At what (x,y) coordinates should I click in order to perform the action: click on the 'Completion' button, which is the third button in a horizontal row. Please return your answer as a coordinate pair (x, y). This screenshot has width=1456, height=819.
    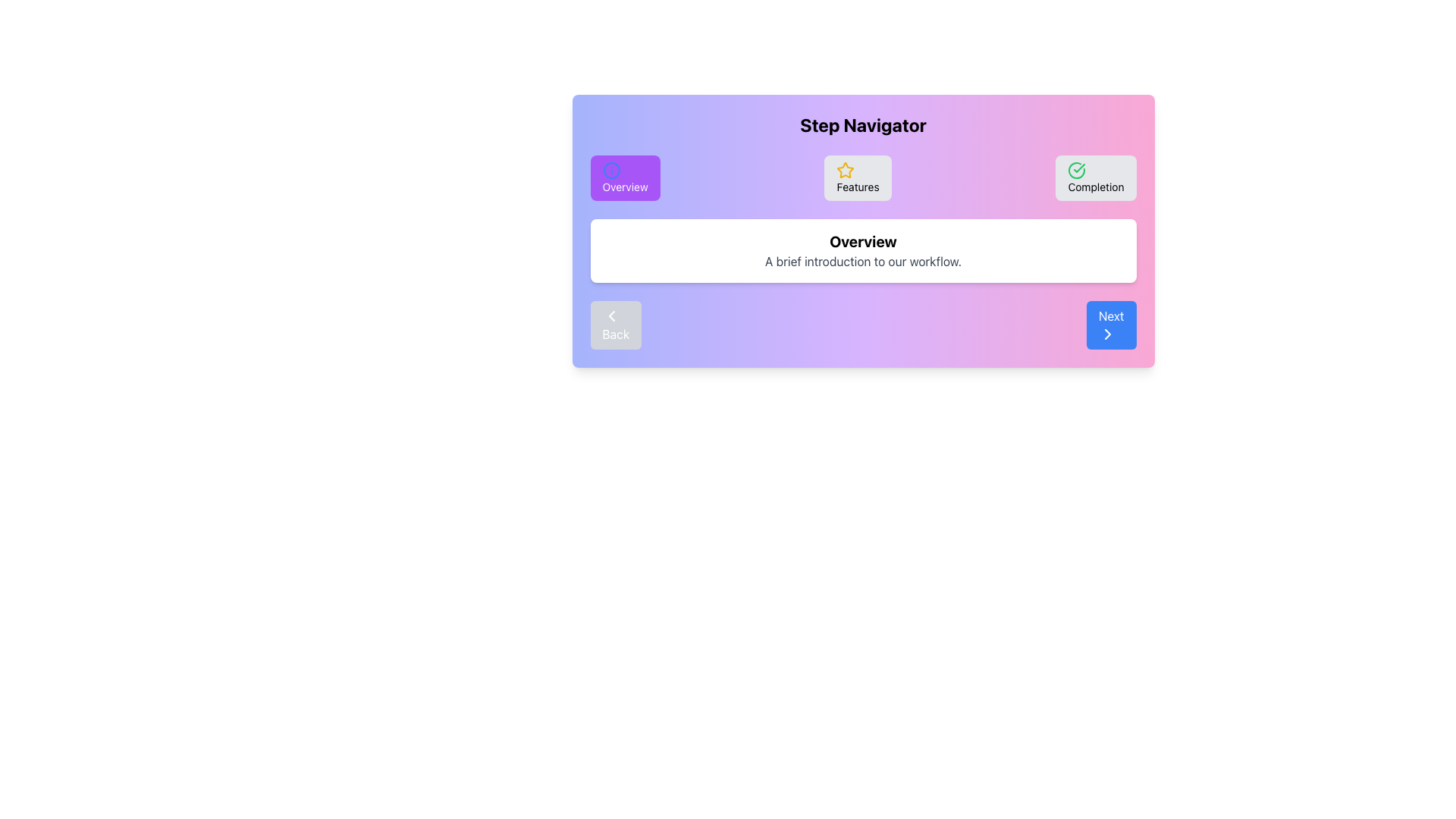
    Looking at the image, I should click on (1096, 177).